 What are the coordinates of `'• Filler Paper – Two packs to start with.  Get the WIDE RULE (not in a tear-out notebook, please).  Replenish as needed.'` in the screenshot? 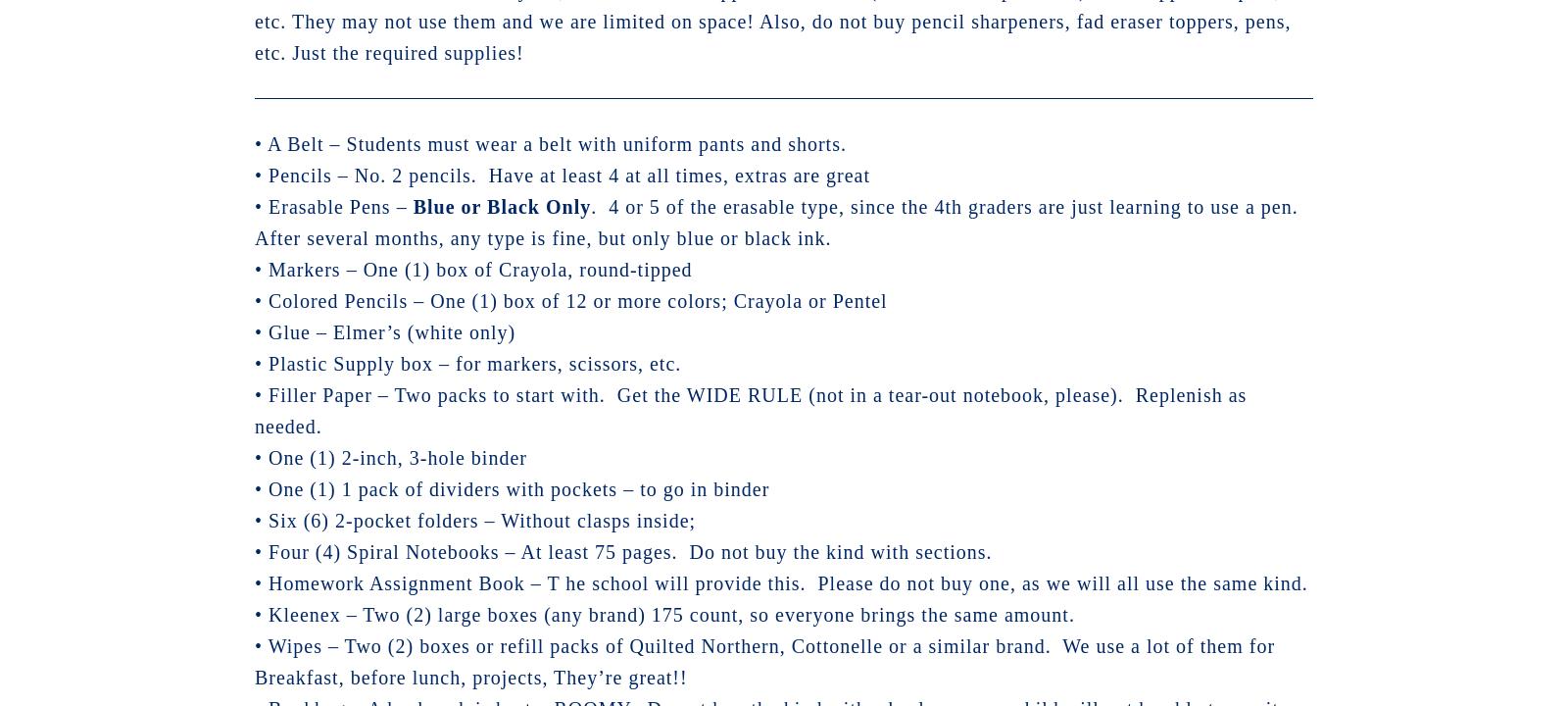 It's located at (255, 409).